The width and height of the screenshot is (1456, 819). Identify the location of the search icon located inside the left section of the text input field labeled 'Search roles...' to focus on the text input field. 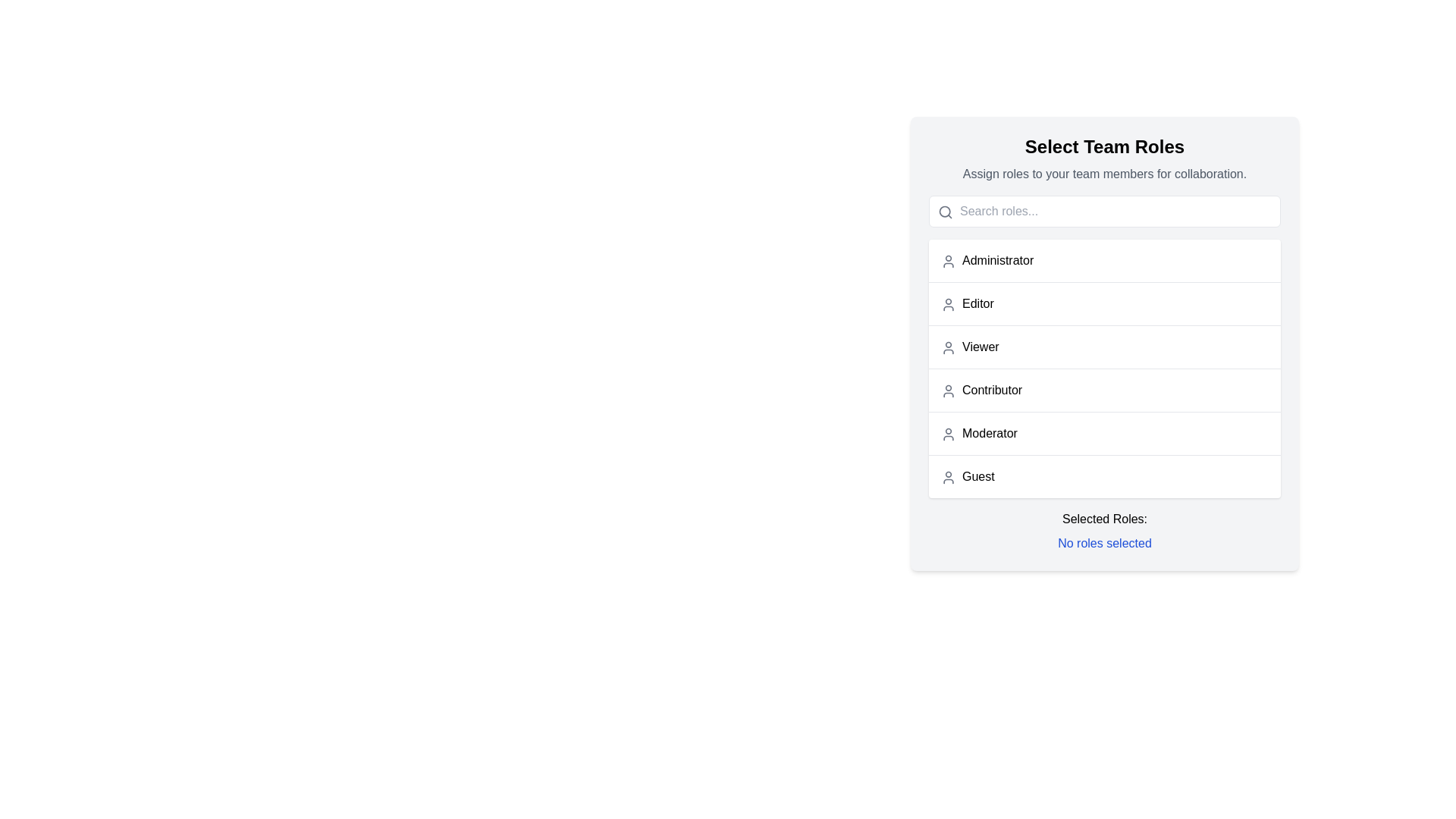
(945, 212).